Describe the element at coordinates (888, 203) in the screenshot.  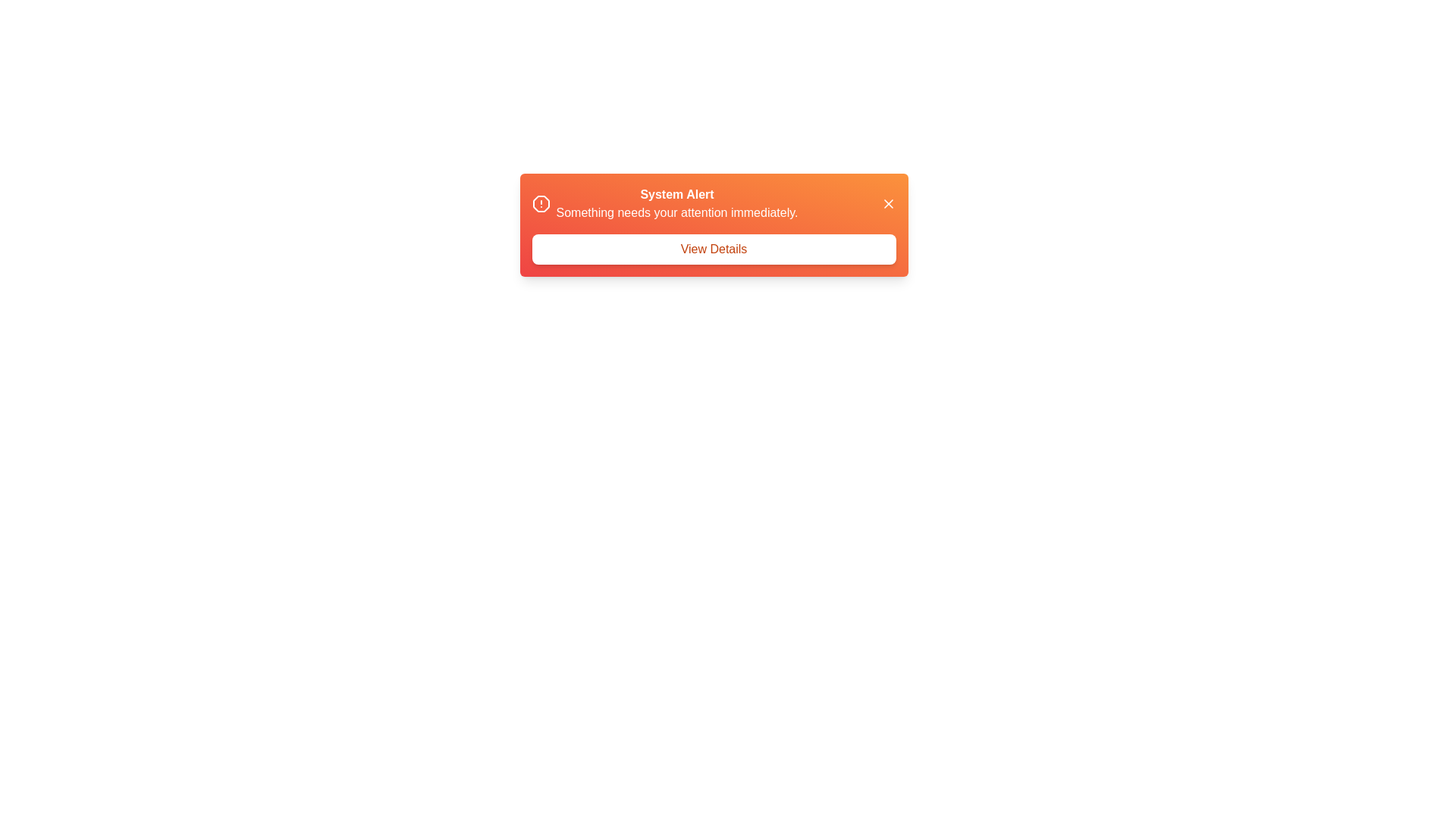
I see `the close icon located in the upper right corner of the notification box` at that location.